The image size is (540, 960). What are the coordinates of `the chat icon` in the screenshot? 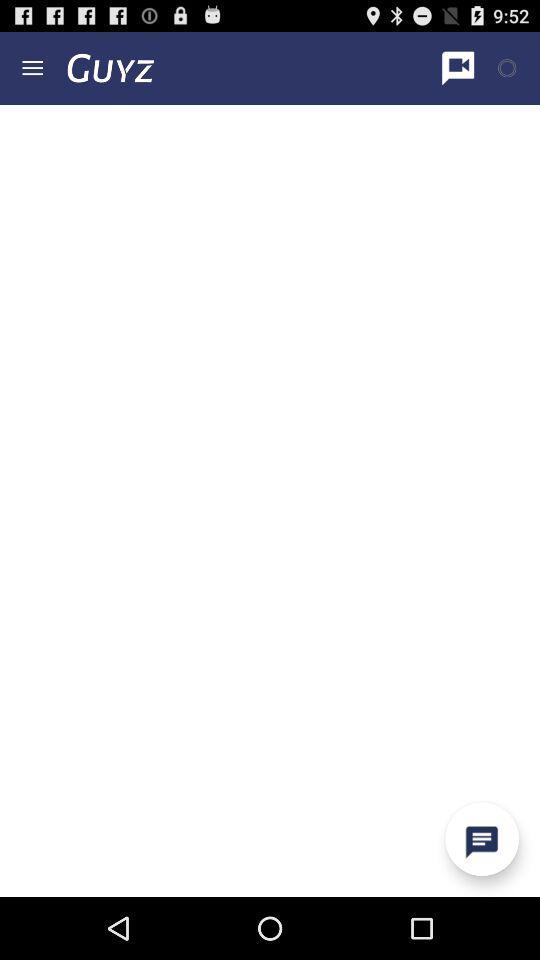 It's located at (481, 897).